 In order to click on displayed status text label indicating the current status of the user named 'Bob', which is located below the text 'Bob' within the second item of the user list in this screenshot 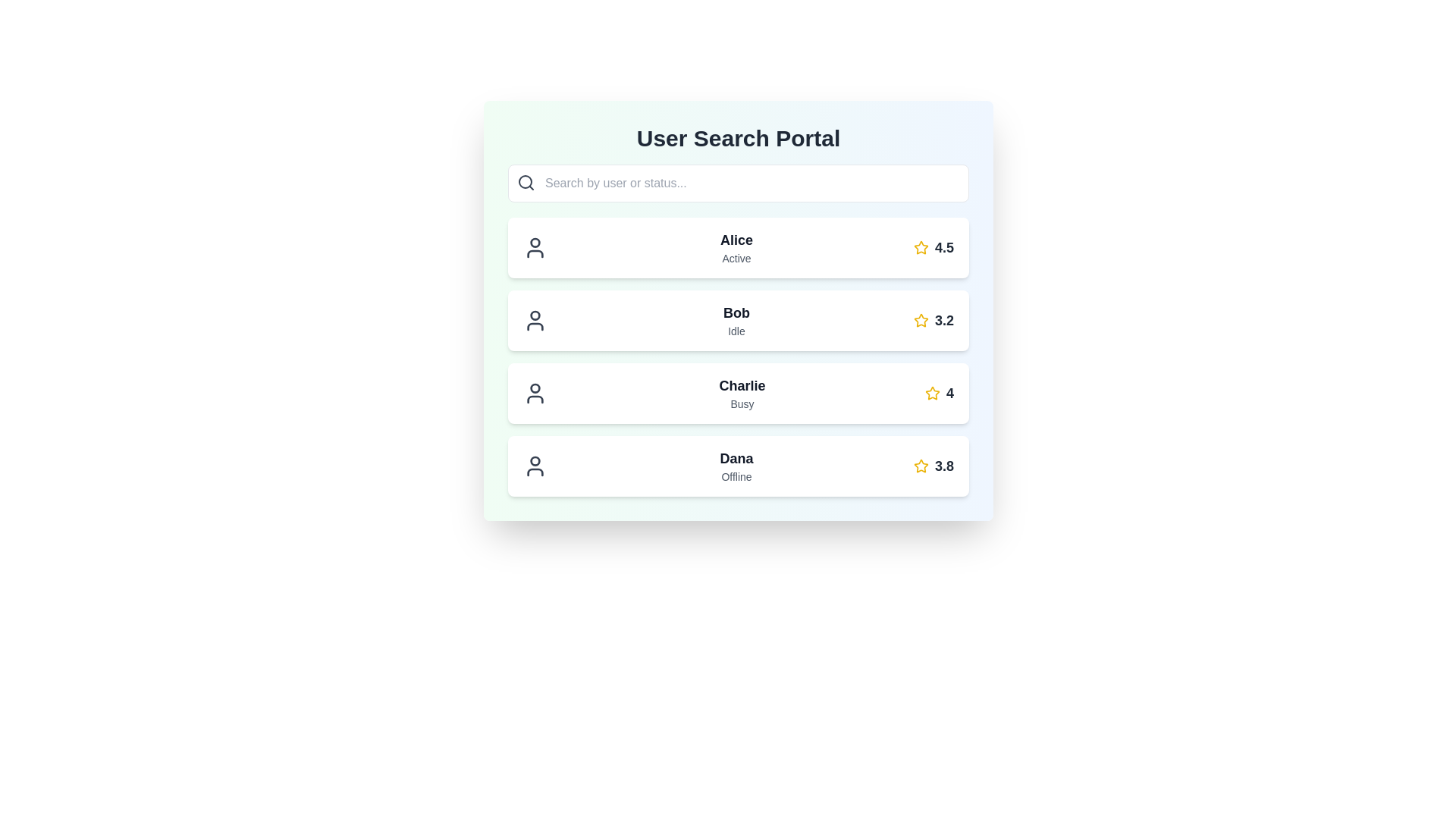, I will do `click(736, 330)`.